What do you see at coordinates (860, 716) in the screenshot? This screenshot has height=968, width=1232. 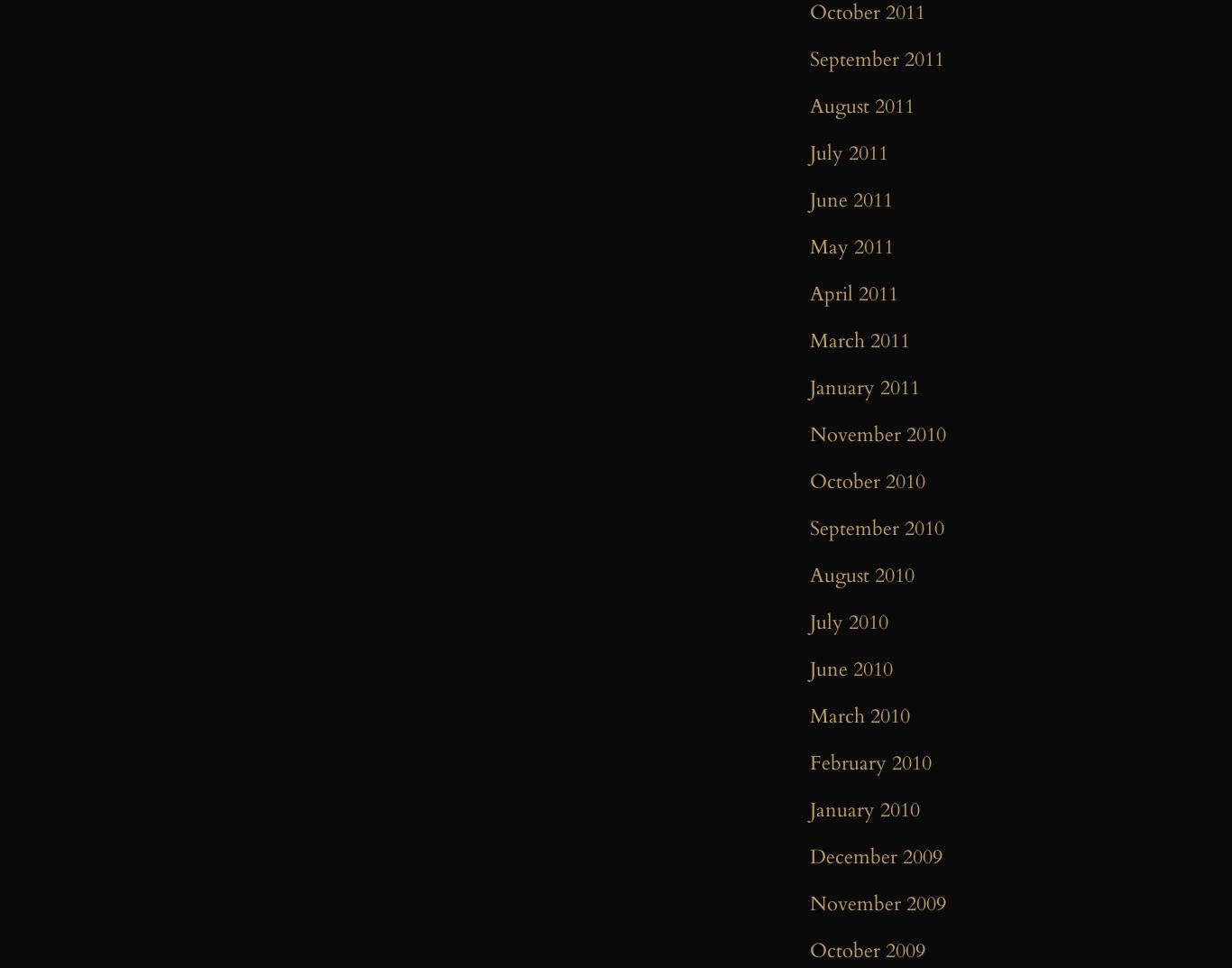 I see `'March 2010'` at bounding box center [860, 716].